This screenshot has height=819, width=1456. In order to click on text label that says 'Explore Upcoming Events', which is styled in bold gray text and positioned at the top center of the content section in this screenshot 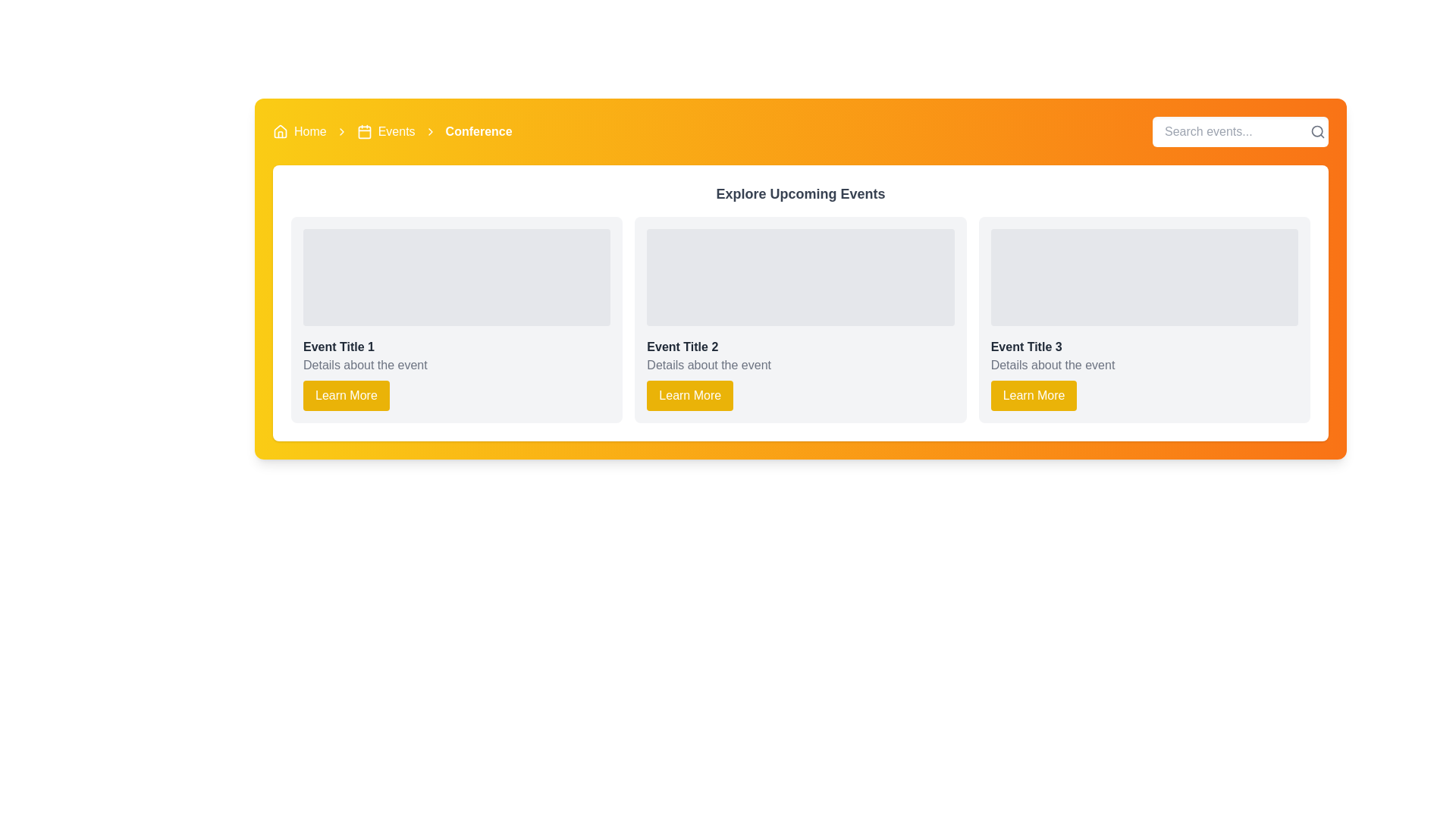, I will do `click(800, 193)`.